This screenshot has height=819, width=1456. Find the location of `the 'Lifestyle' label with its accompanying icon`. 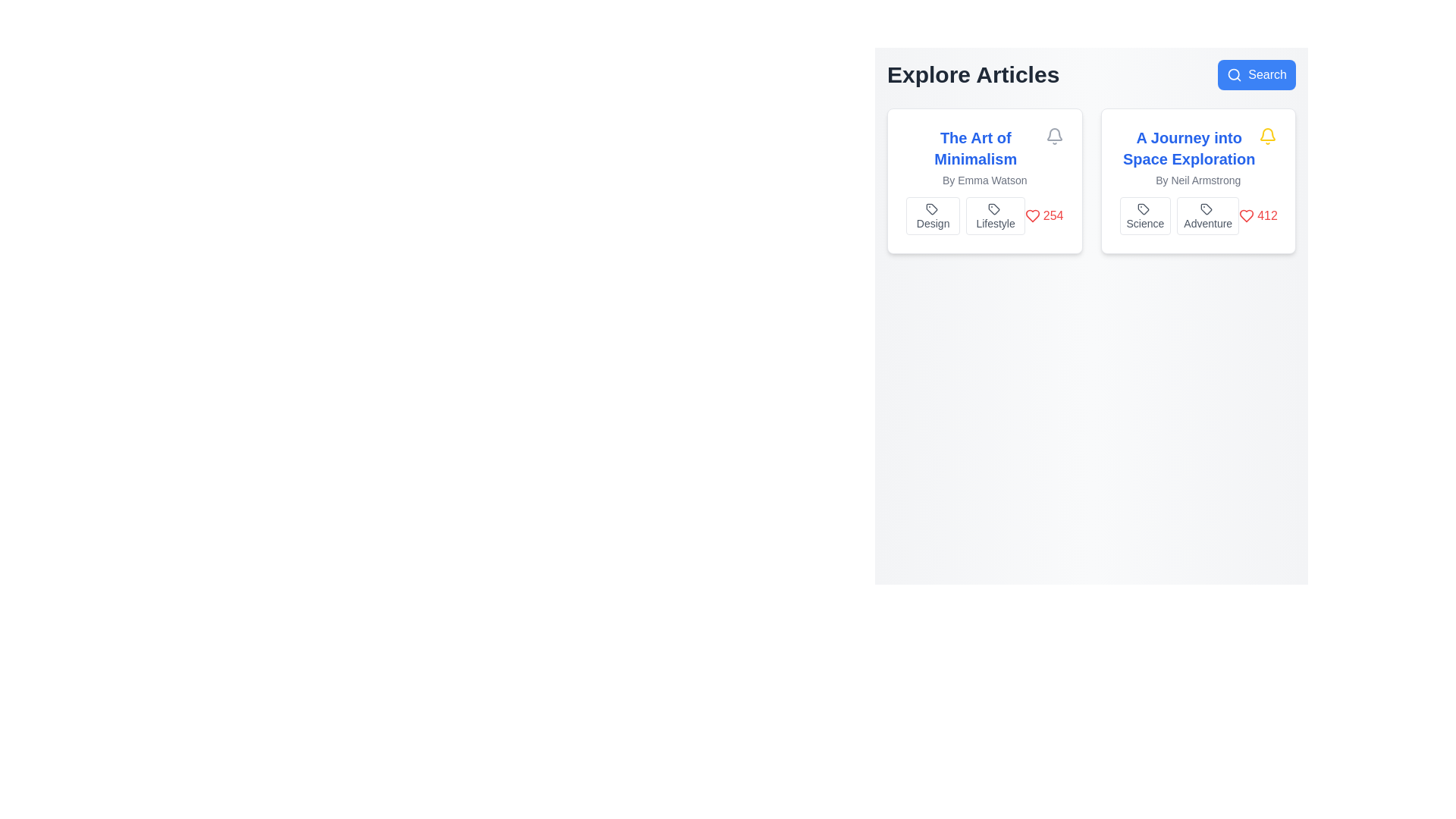

the 'Lifestyle' label with its accompanying icon is located at coordinates (996, 216).